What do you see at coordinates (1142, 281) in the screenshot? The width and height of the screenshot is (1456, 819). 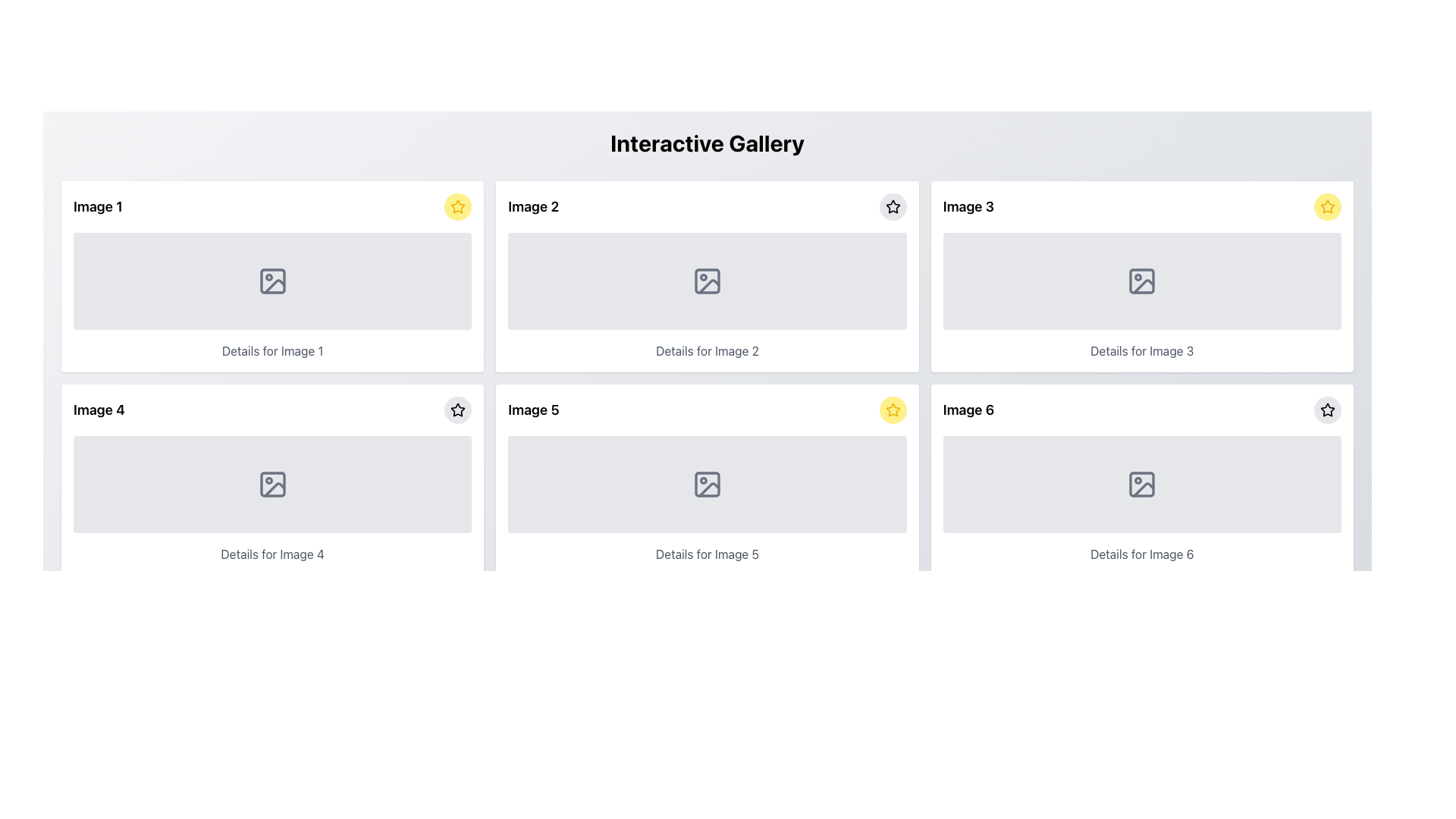 I see `the gray rectangular panel with rounded corners that serves as an image placeholder, located in the card labeled 'Image 3' in the top-right corner of the gallery display` at bounding box center [1142, 281].